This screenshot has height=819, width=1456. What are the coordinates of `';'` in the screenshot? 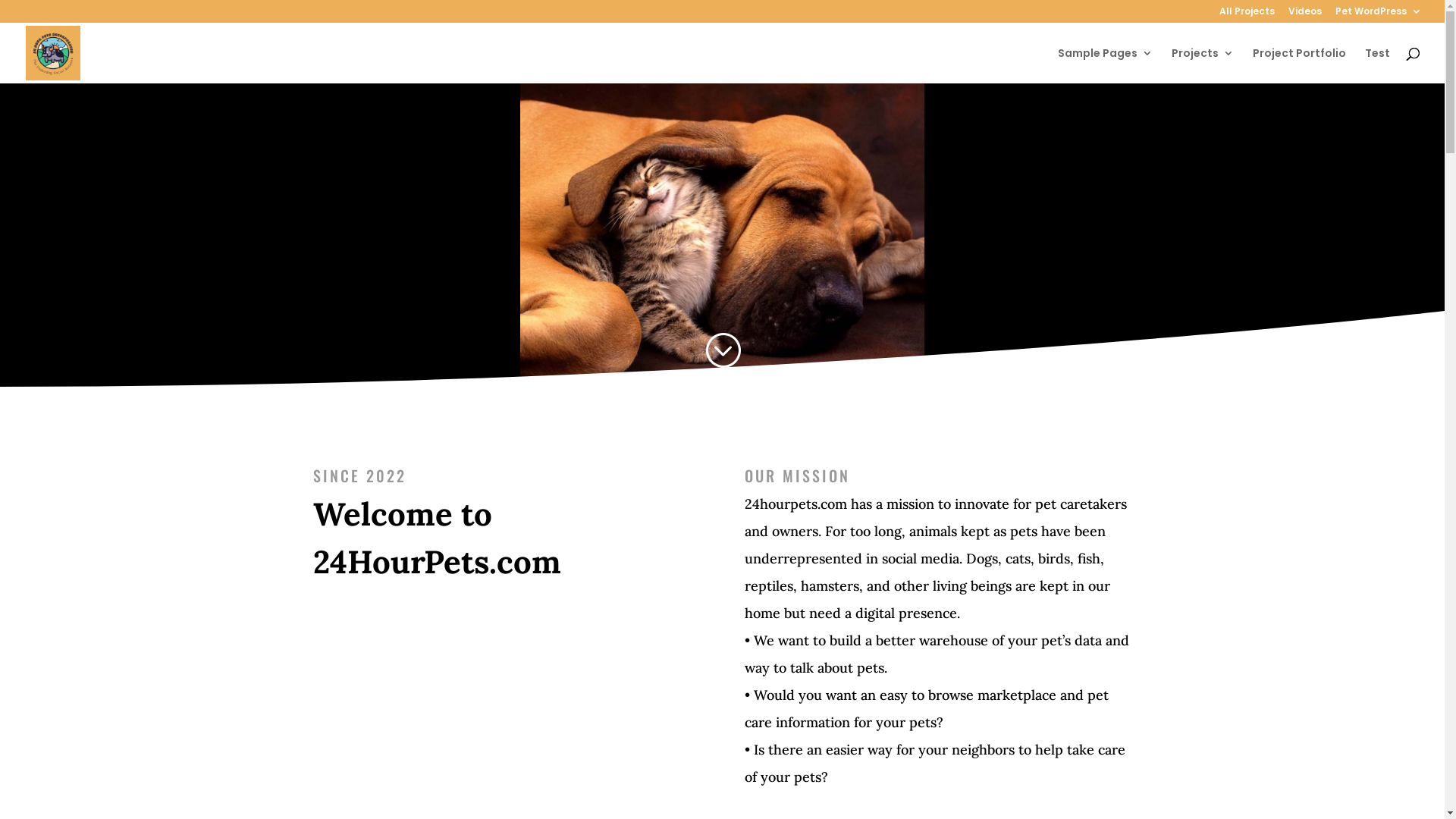 It's located at (721, 350).